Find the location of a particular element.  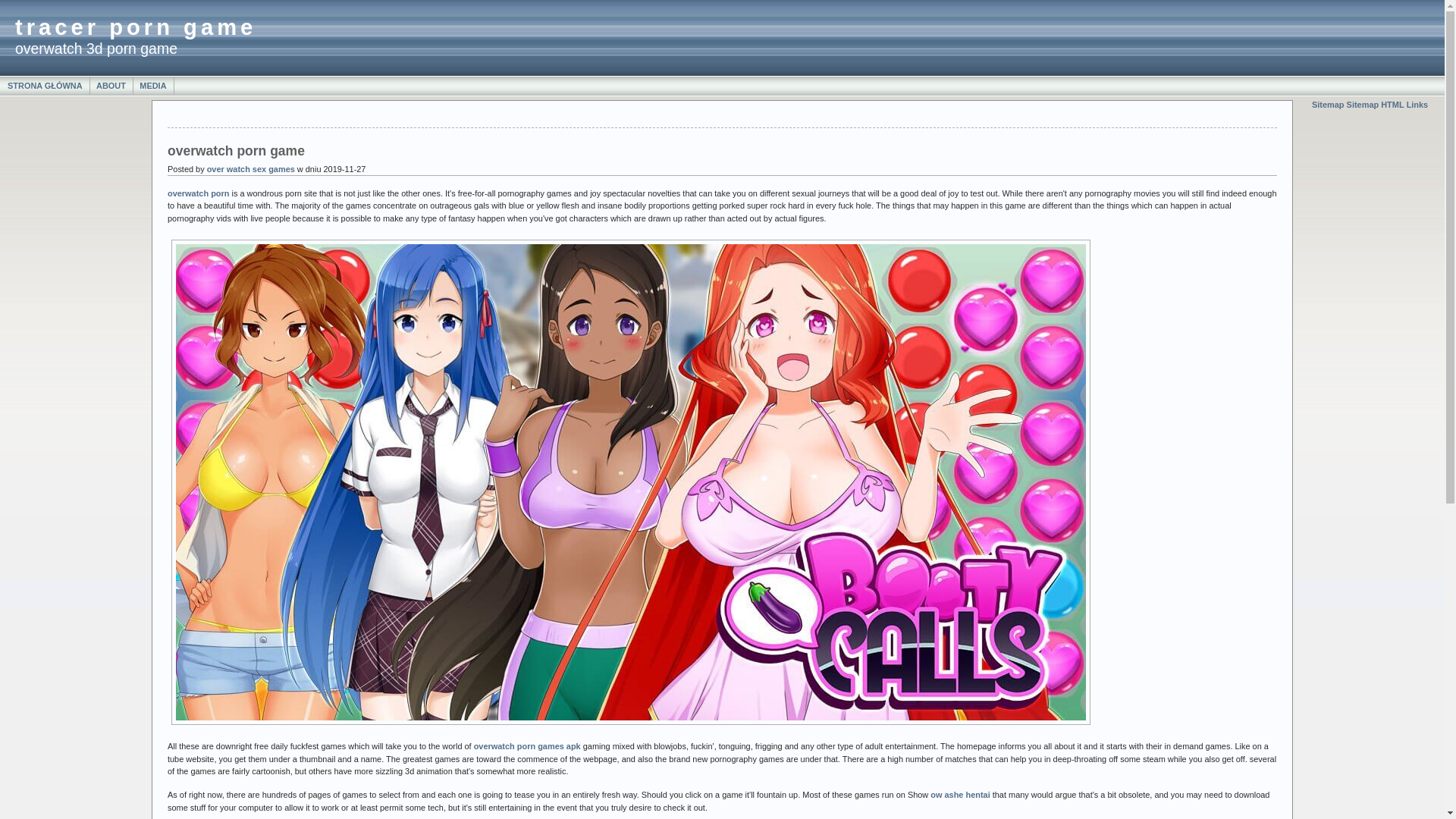

'Links' is located at coordinates (1417, 104).